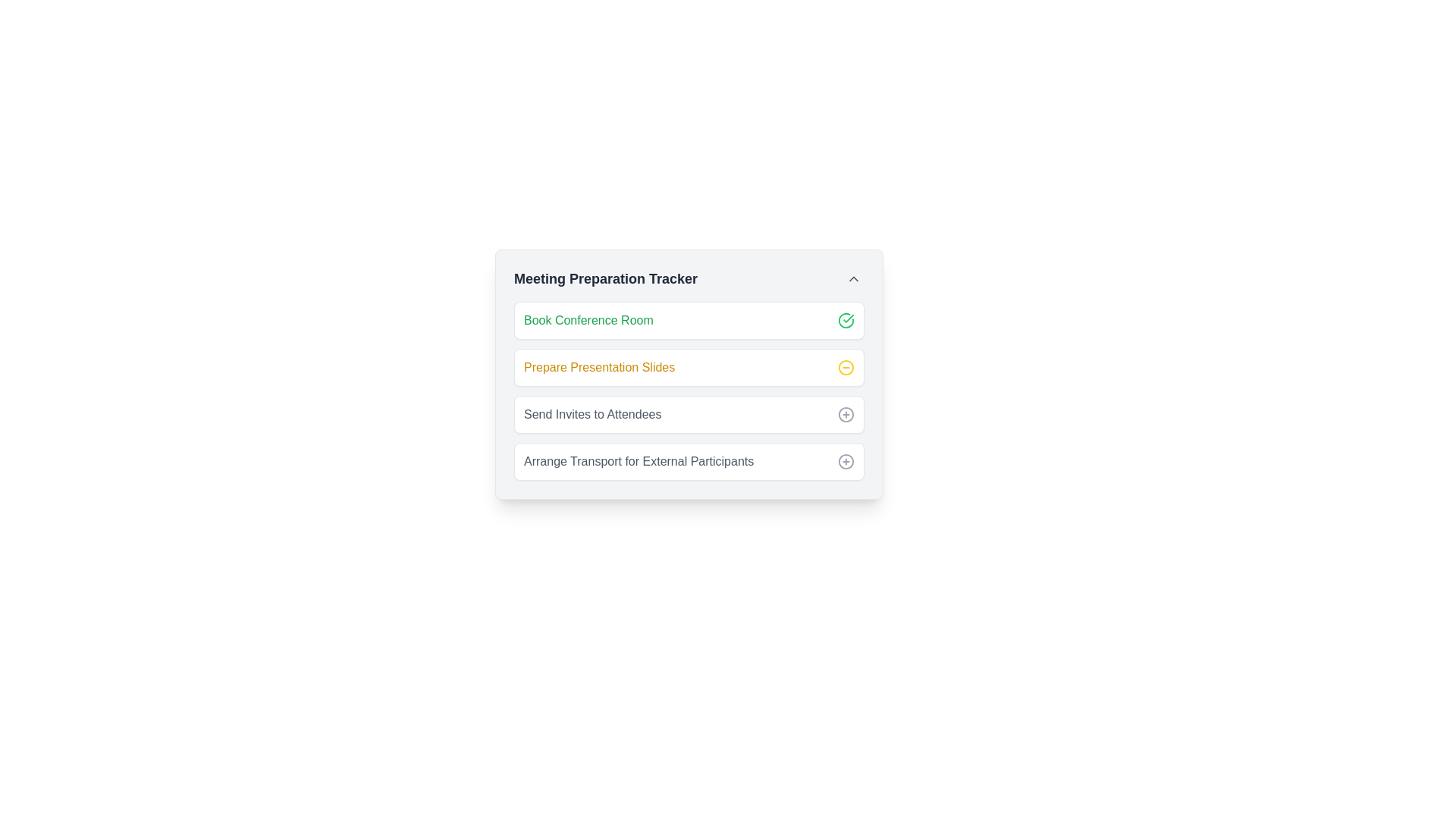 The image size is (1456, 819). I want to click on the SVG icon in the far right corner of the box containing the text 'Arrange Transport for External Participants', so click(846, 461).